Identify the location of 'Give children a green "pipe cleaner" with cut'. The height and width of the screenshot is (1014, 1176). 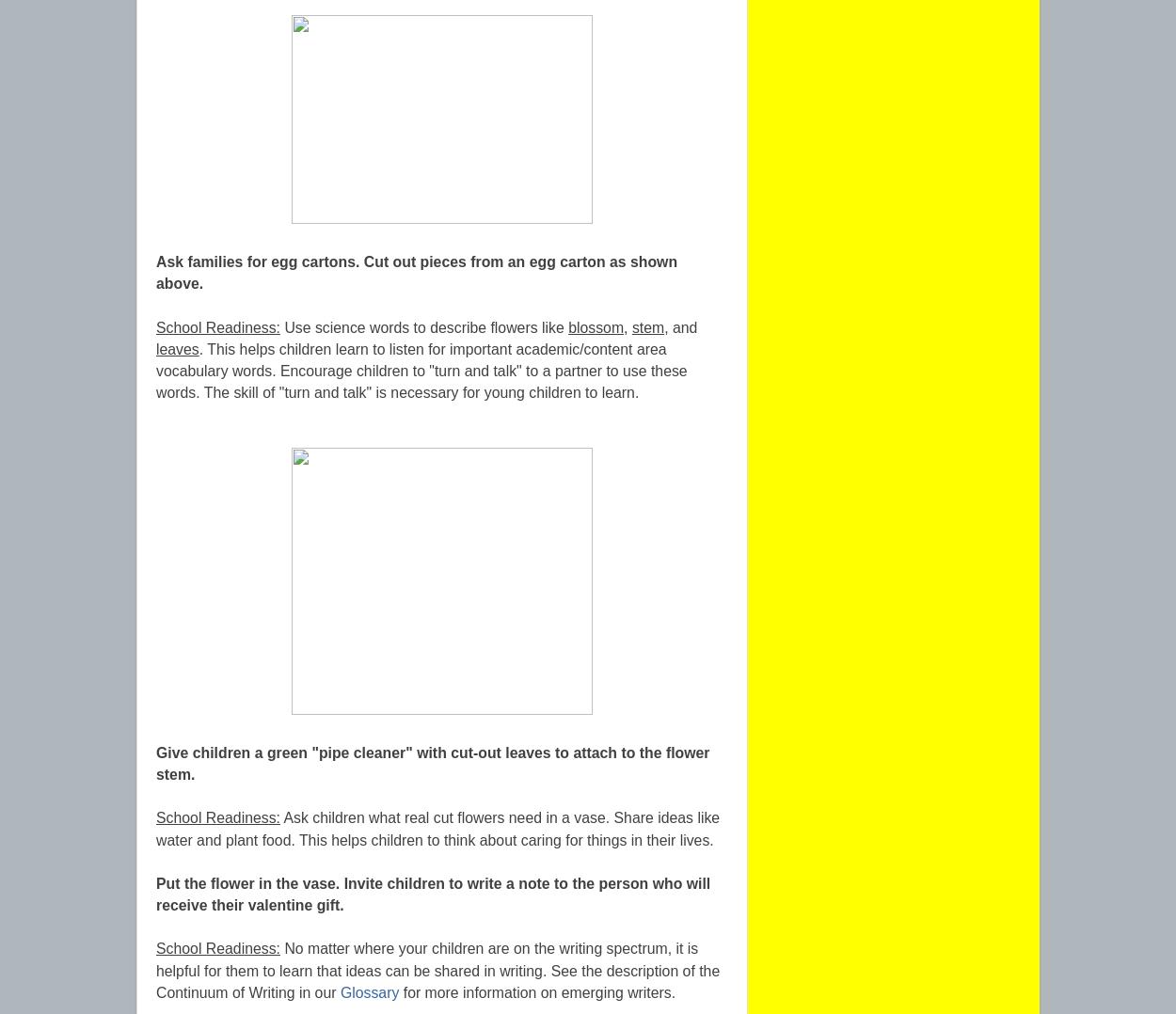
(313, 751).